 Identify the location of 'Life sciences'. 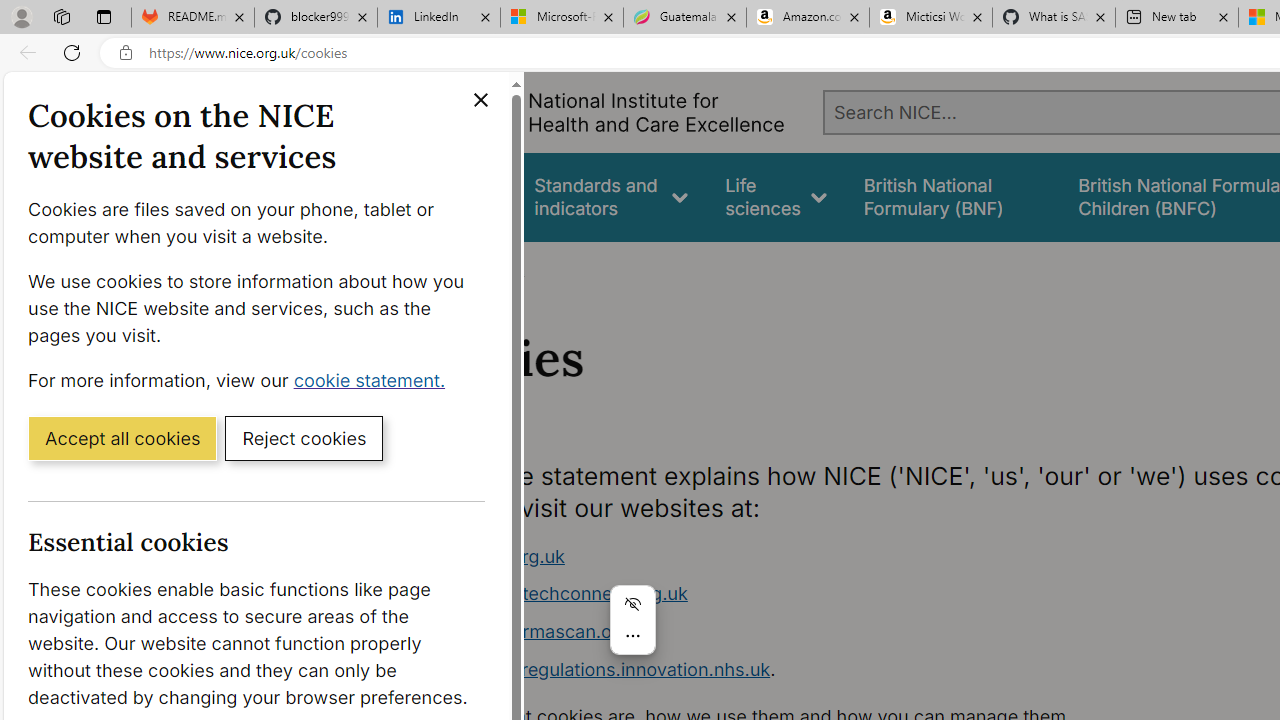
(775, 197).